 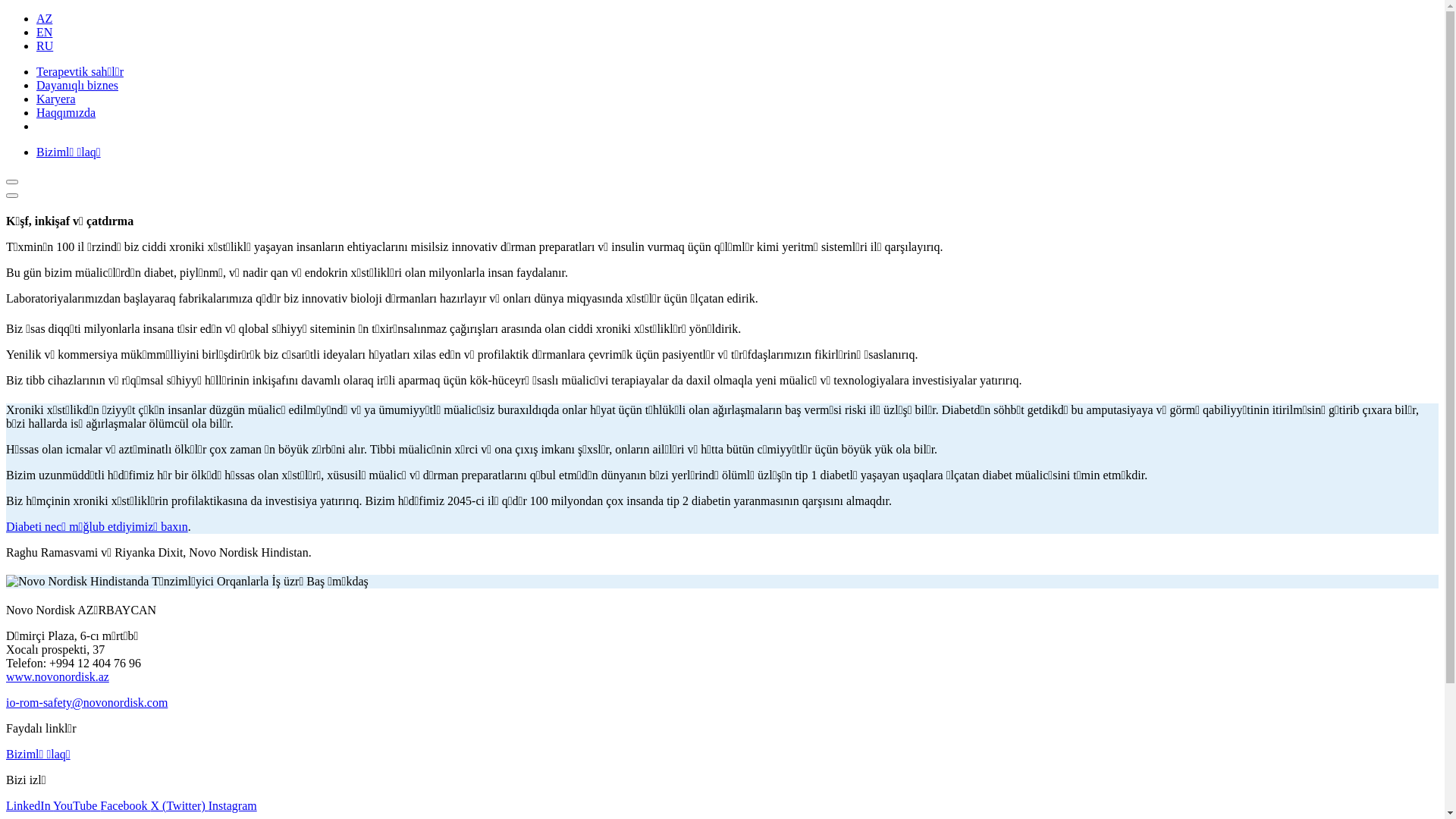 I want to click on 'AZ', so click(x=36, y=18).